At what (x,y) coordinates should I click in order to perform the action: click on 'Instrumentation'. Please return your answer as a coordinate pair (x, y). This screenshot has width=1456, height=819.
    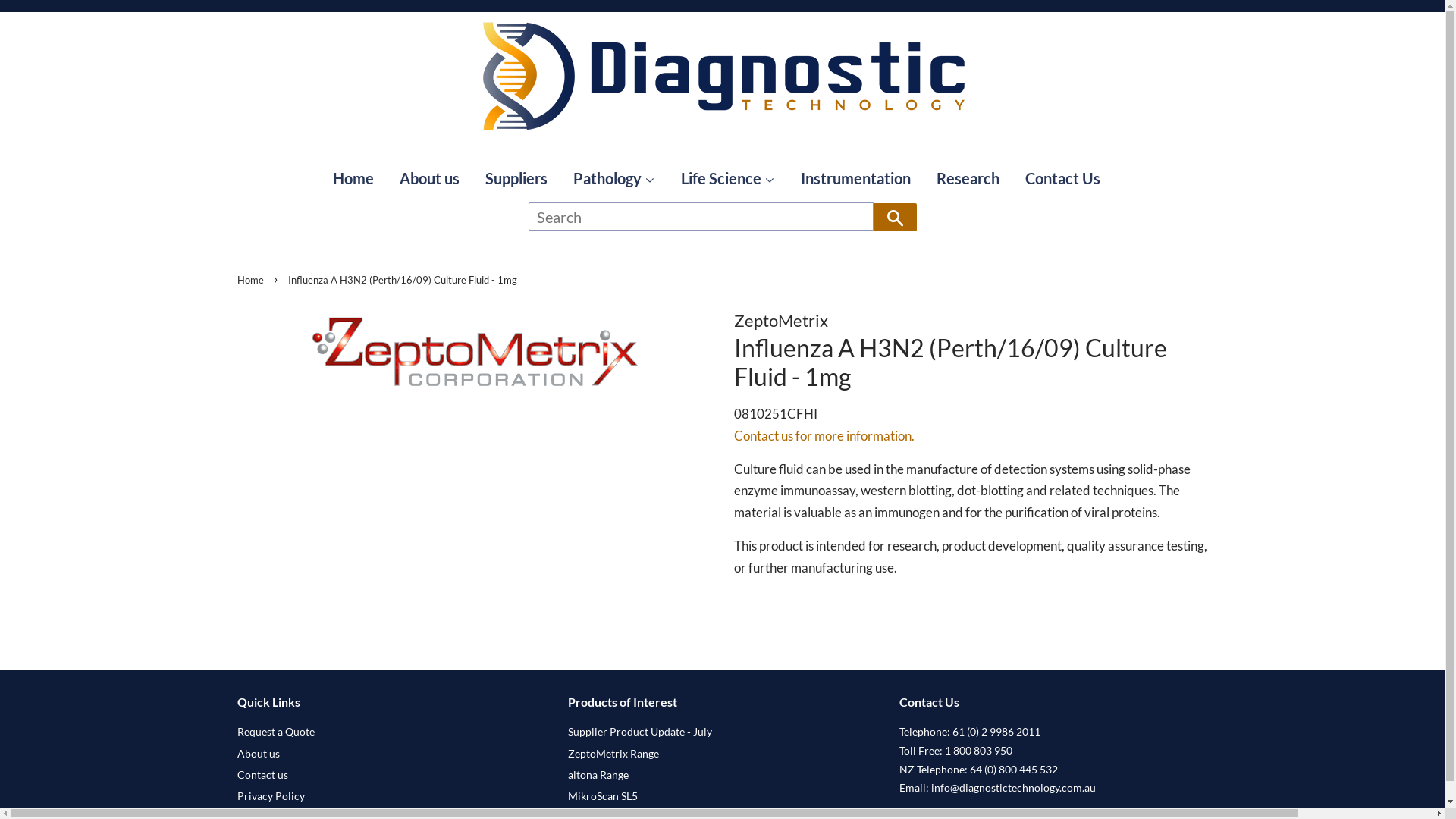
    Looking at the image, I should click on (789, 177).